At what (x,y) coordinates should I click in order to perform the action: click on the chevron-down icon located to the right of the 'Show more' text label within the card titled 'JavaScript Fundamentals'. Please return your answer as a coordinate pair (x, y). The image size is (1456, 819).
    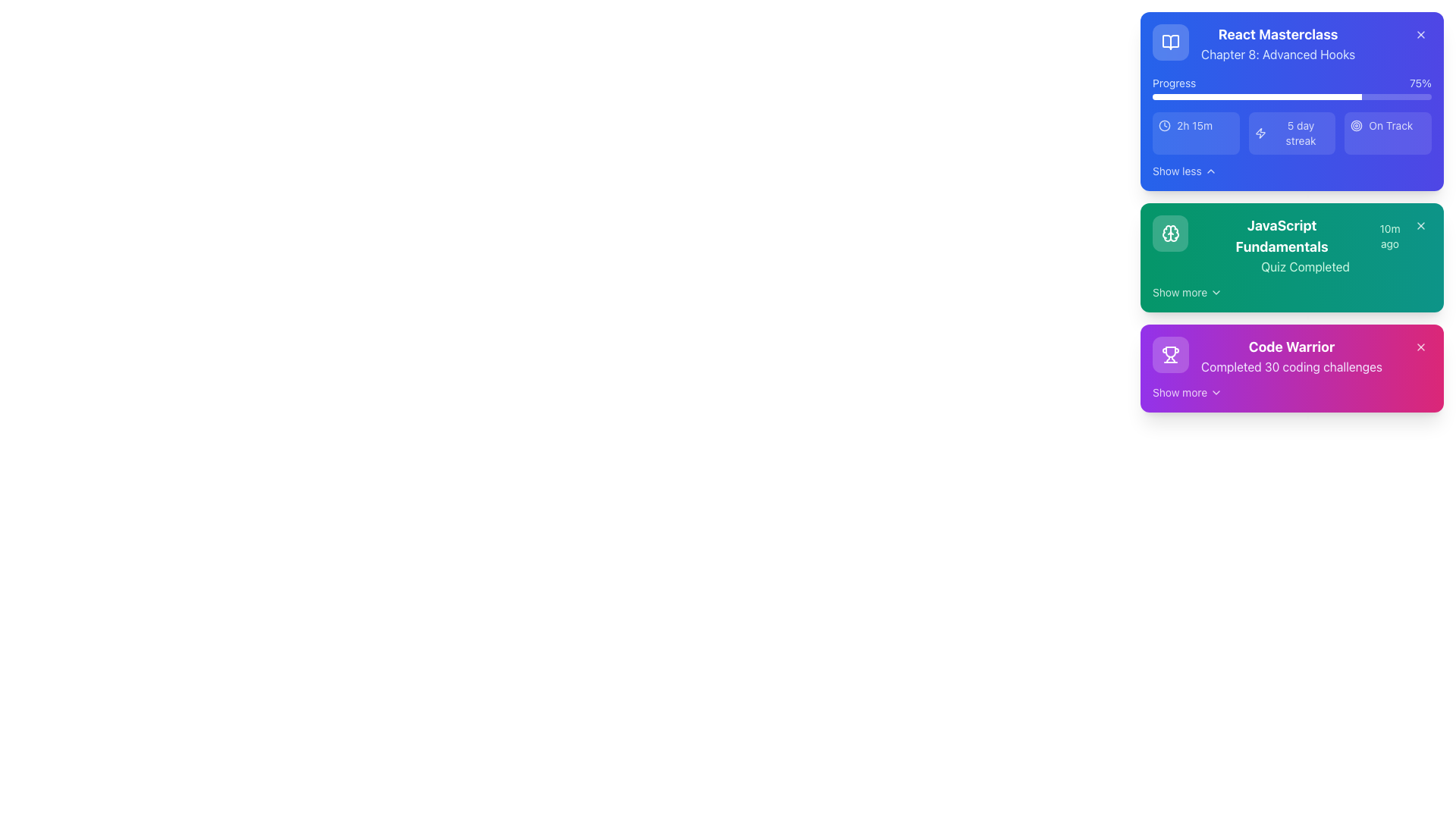
    Looking at the image, I should click on (1216, 292).